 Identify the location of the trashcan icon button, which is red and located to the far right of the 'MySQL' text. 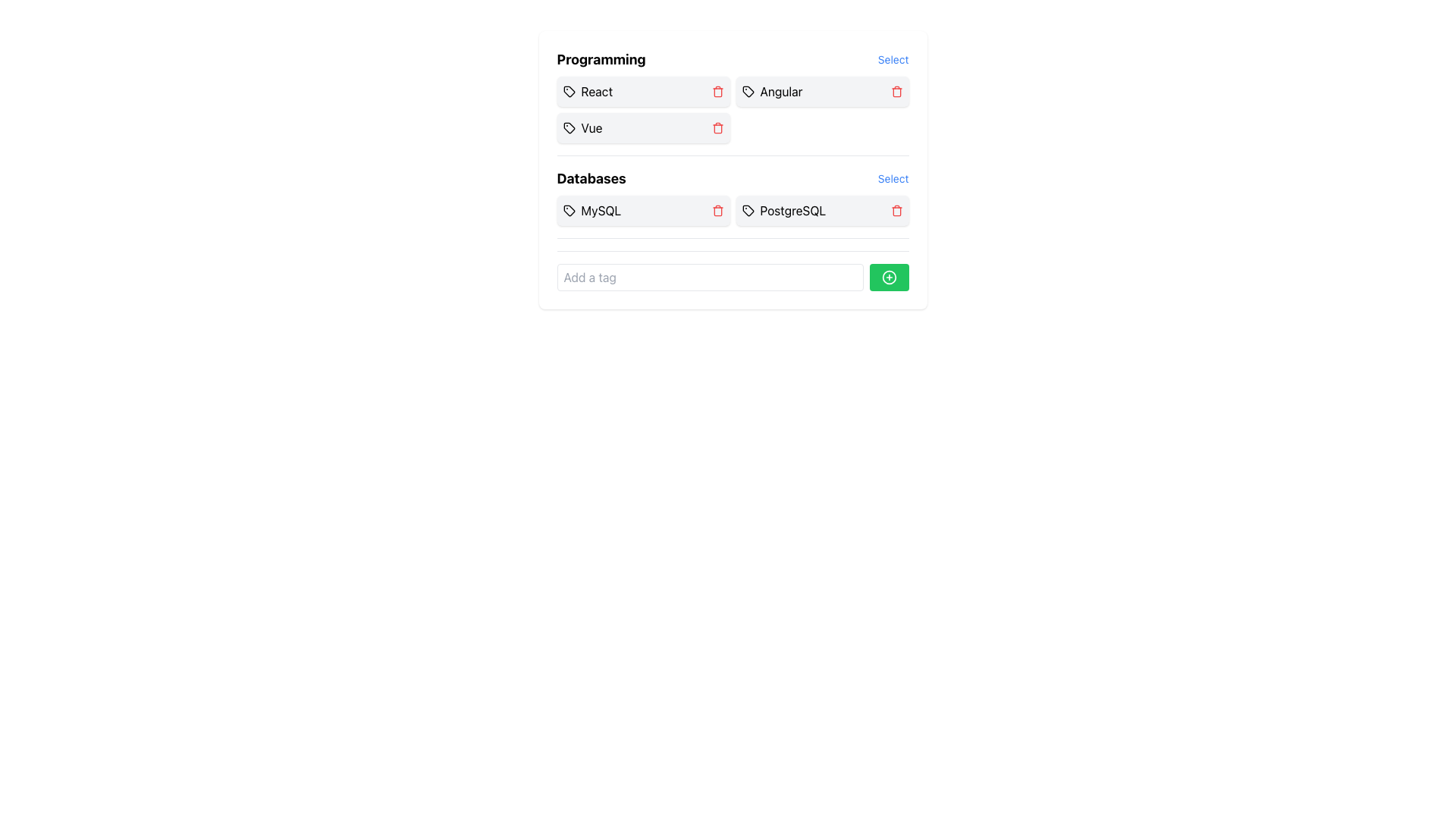
(717, 210).